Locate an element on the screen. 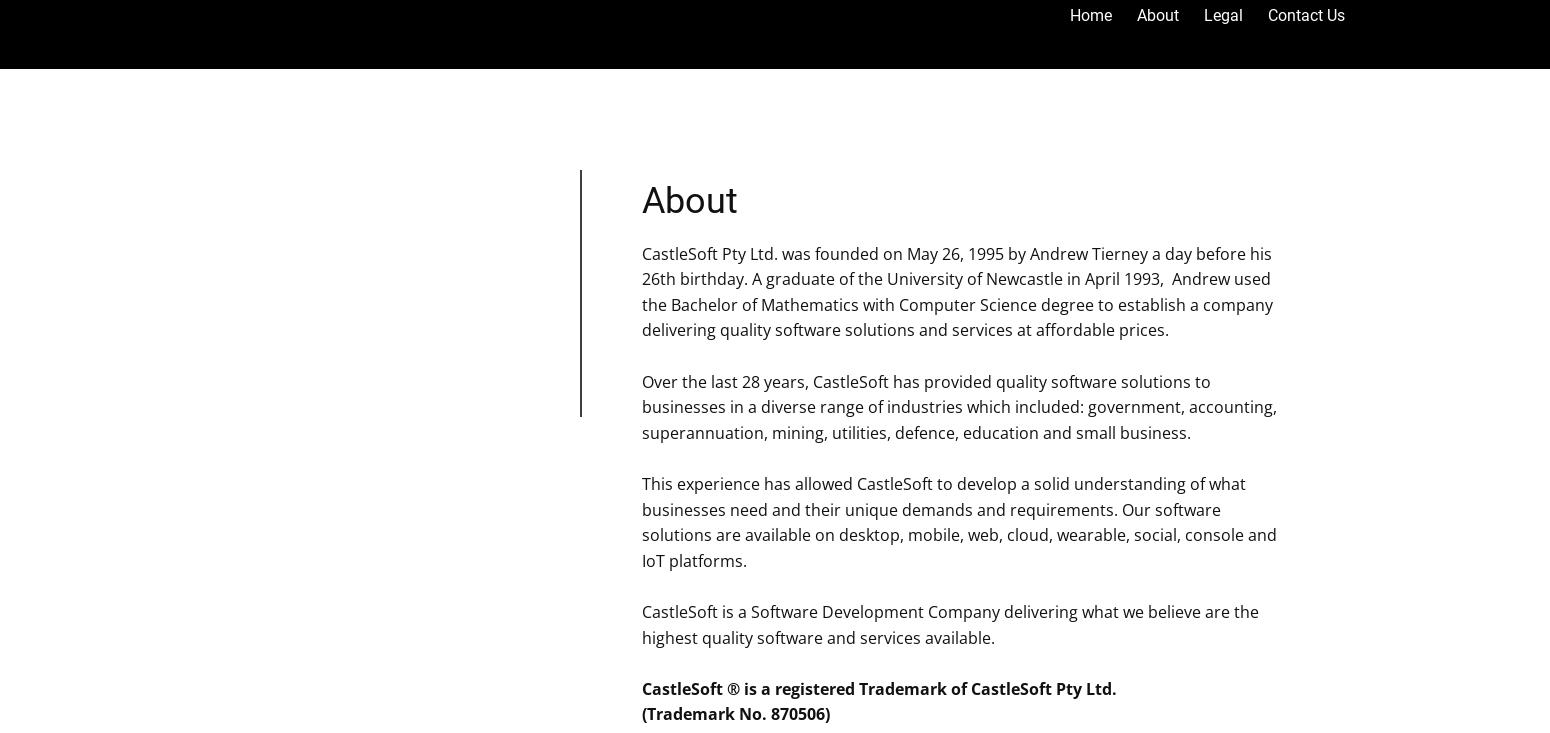  'CastleSoft AI' is located at coordinates (1156, 85).